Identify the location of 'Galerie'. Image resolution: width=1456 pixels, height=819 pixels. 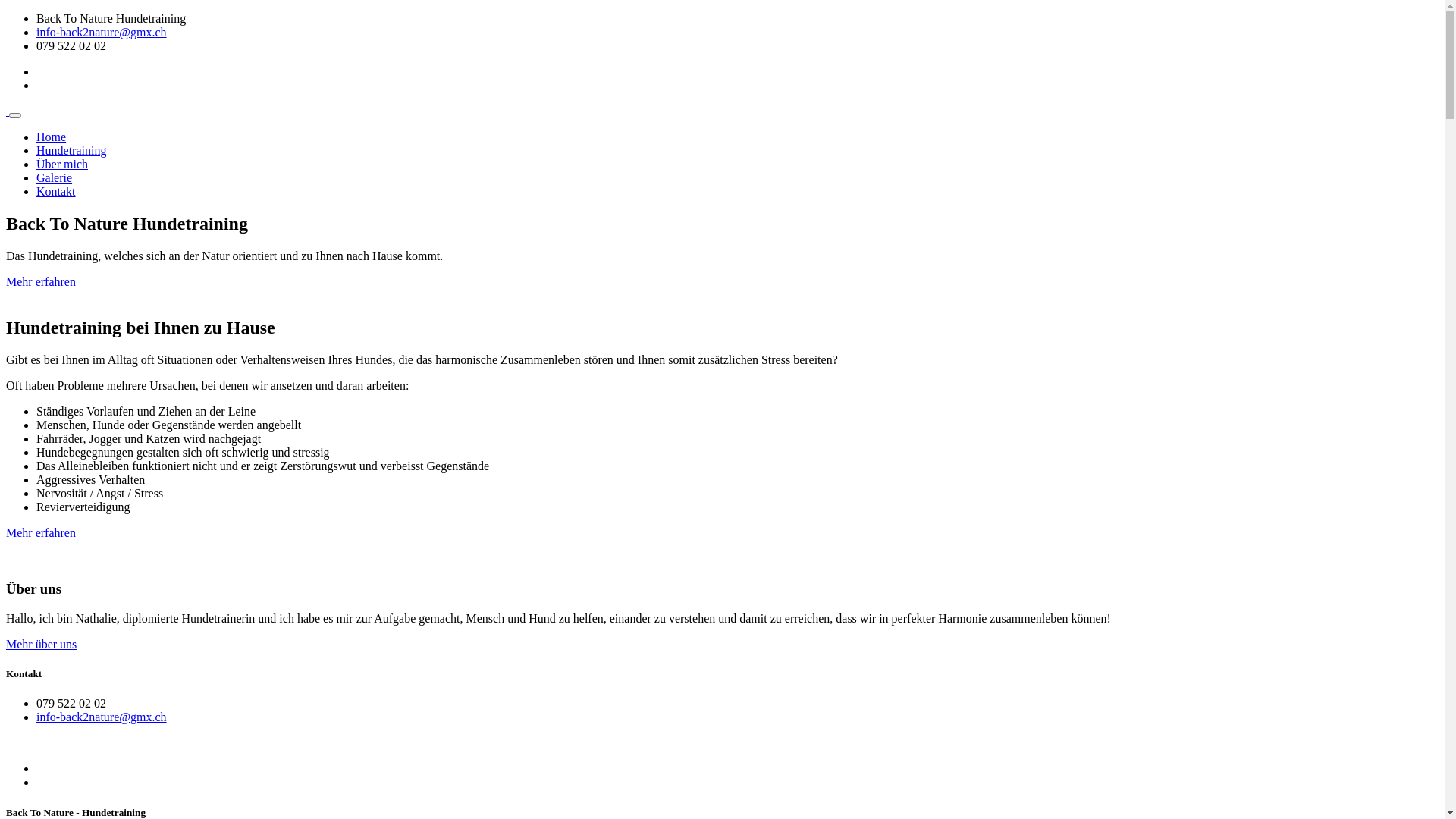
(54, 177).